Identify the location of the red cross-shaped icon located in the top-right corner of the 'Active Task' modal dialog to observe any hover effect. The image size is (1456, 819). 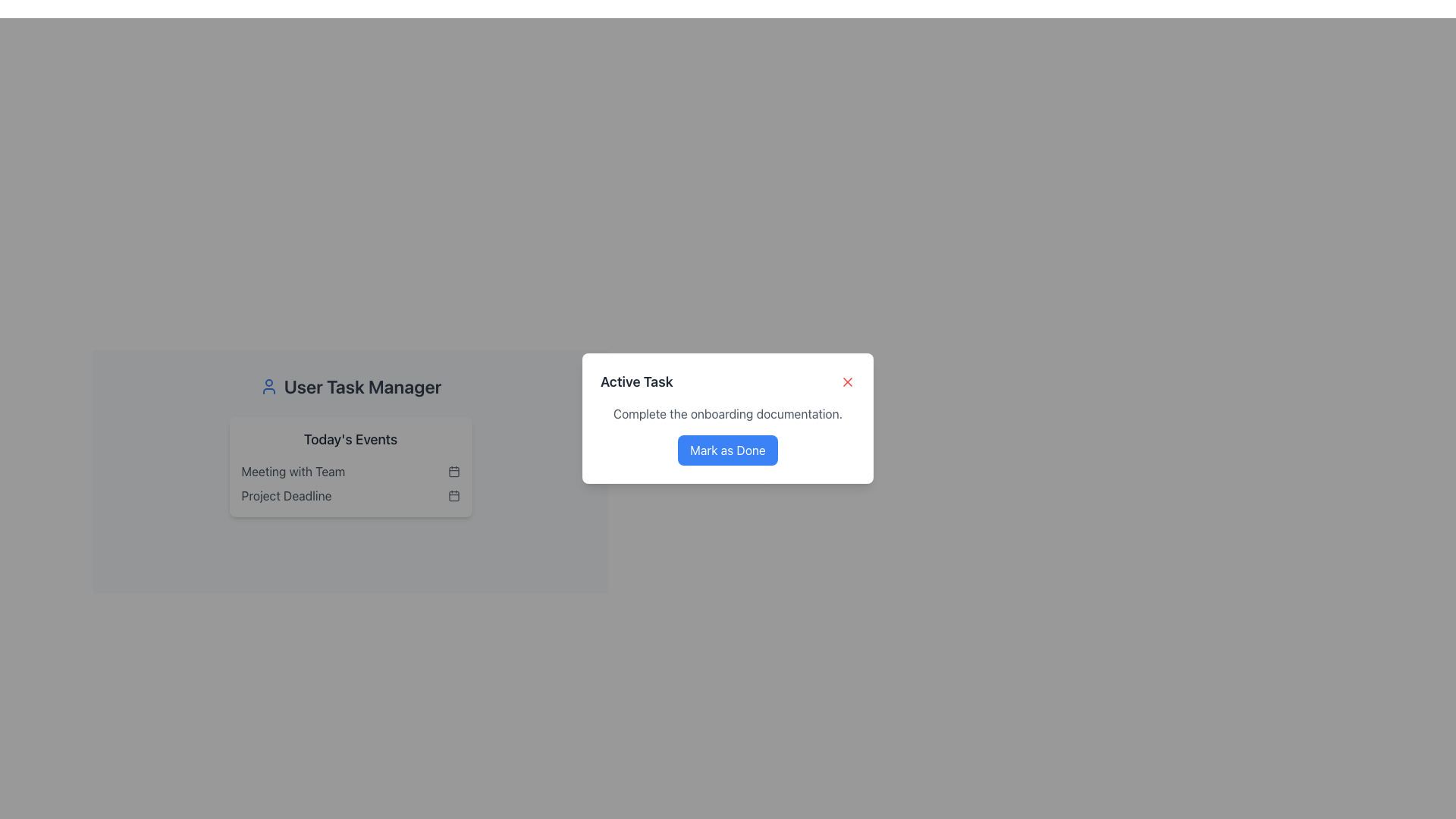
(847, 381).